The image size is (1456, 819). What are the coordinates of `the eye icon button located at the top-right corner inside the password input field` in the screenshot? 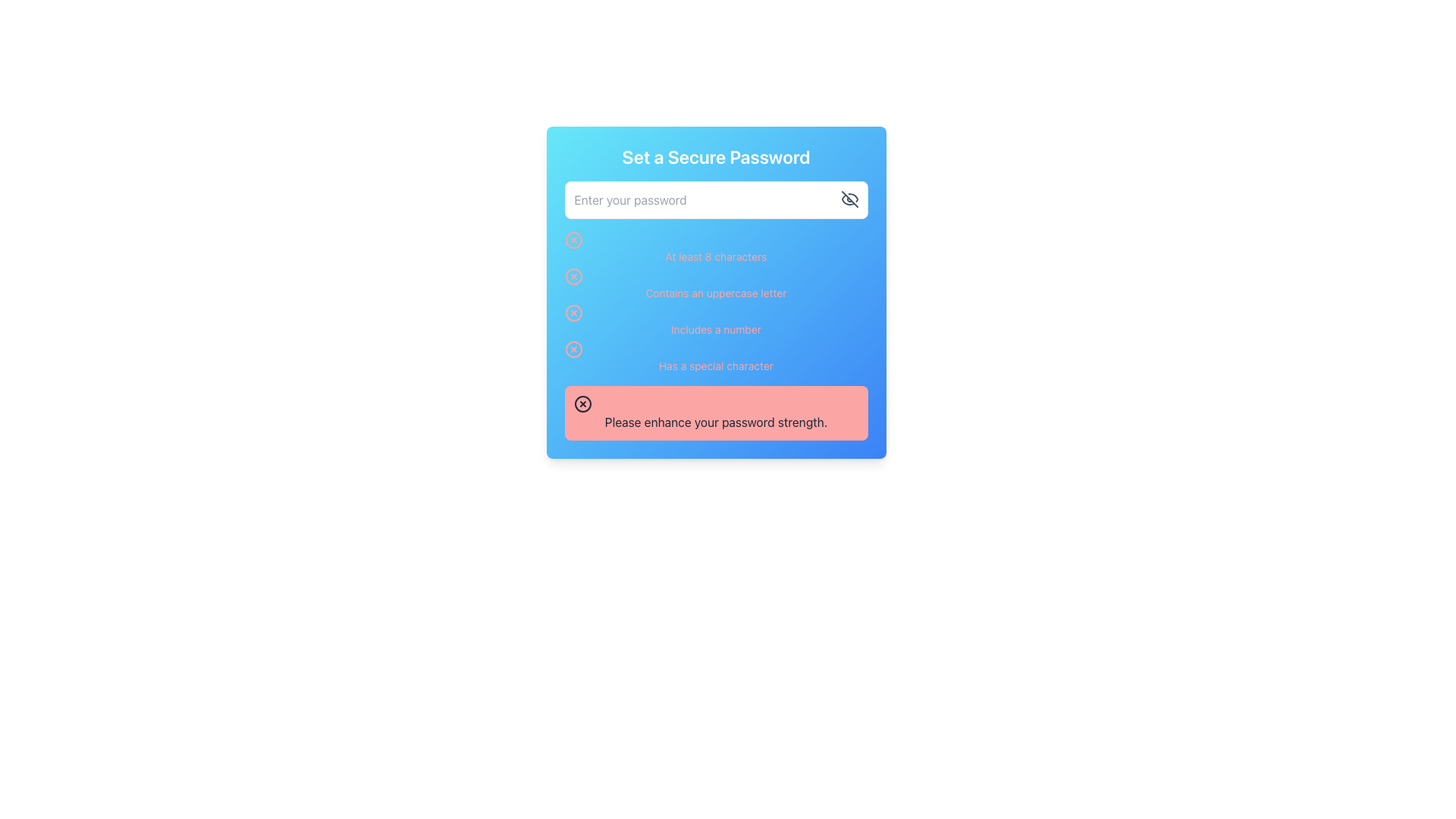 It's located at (849, 198).